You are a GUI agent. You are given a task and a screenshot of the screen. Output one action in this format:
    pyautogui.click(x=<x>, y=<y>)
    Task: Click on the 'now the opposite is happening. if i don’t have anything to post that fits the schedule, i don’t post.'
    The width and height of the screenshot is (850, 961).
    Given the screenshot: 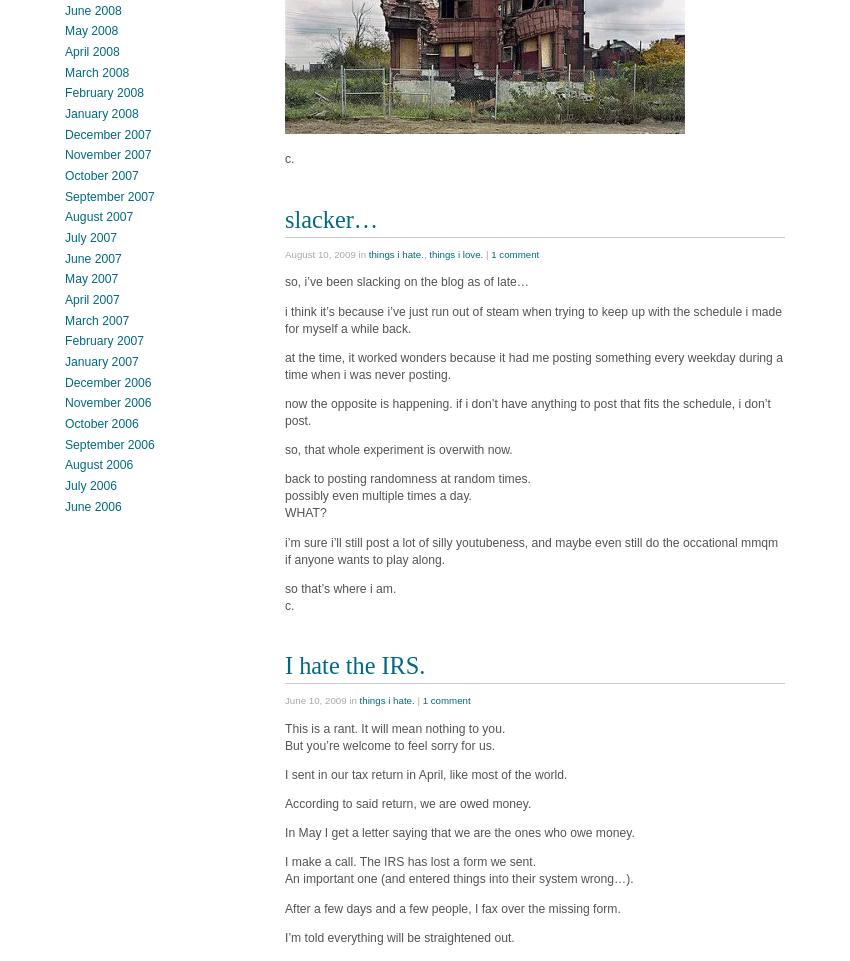 What is the action you would take?
    pyautogui.click(x=526, y=411)
    